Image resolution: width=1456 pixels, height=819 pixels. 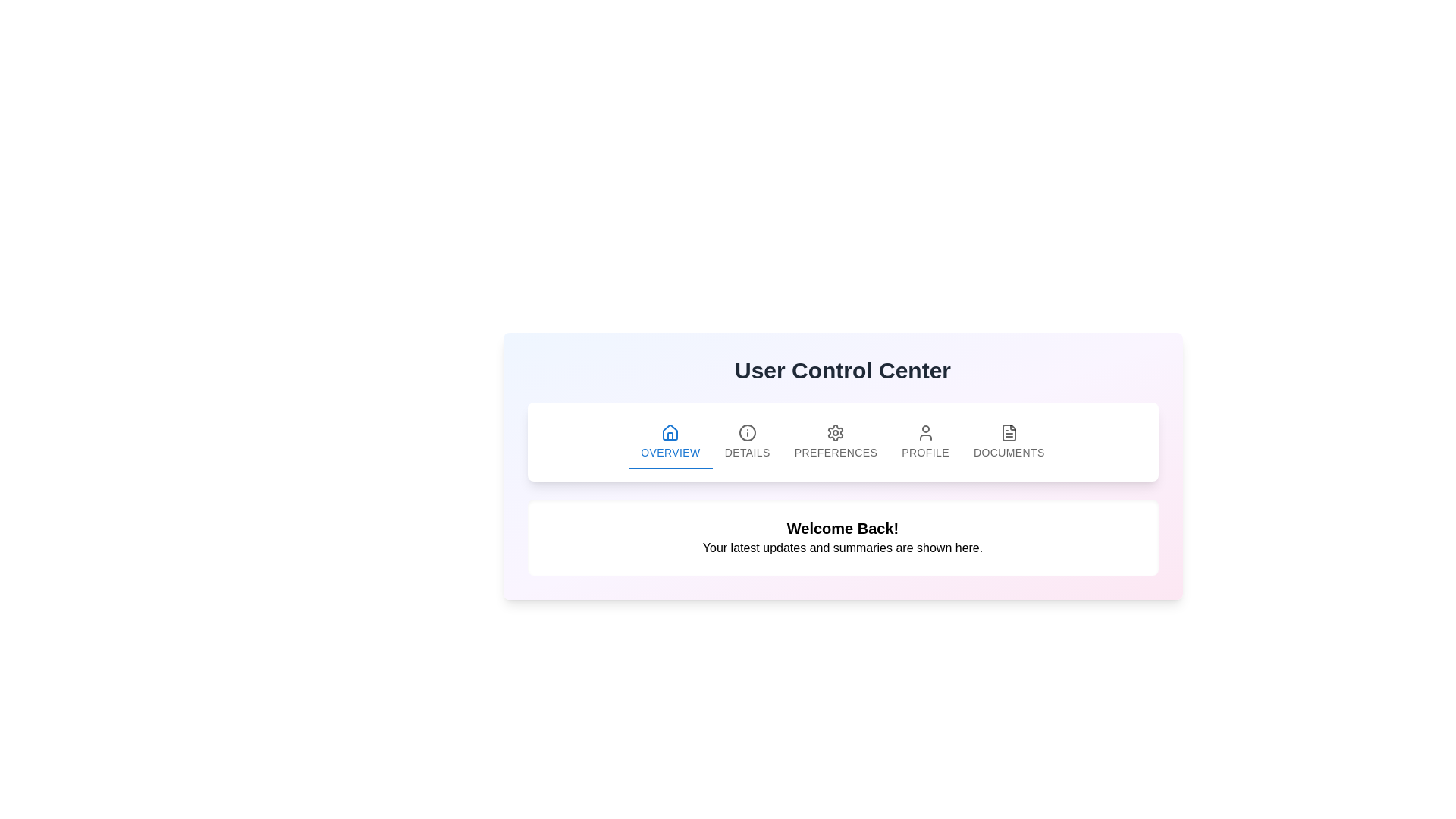 What do you see at coordinates (842, 441) in the screenshot?
I see `the tab in the Navigation bar located below the 'User Control Center' title` at bounding box center [842, 441].